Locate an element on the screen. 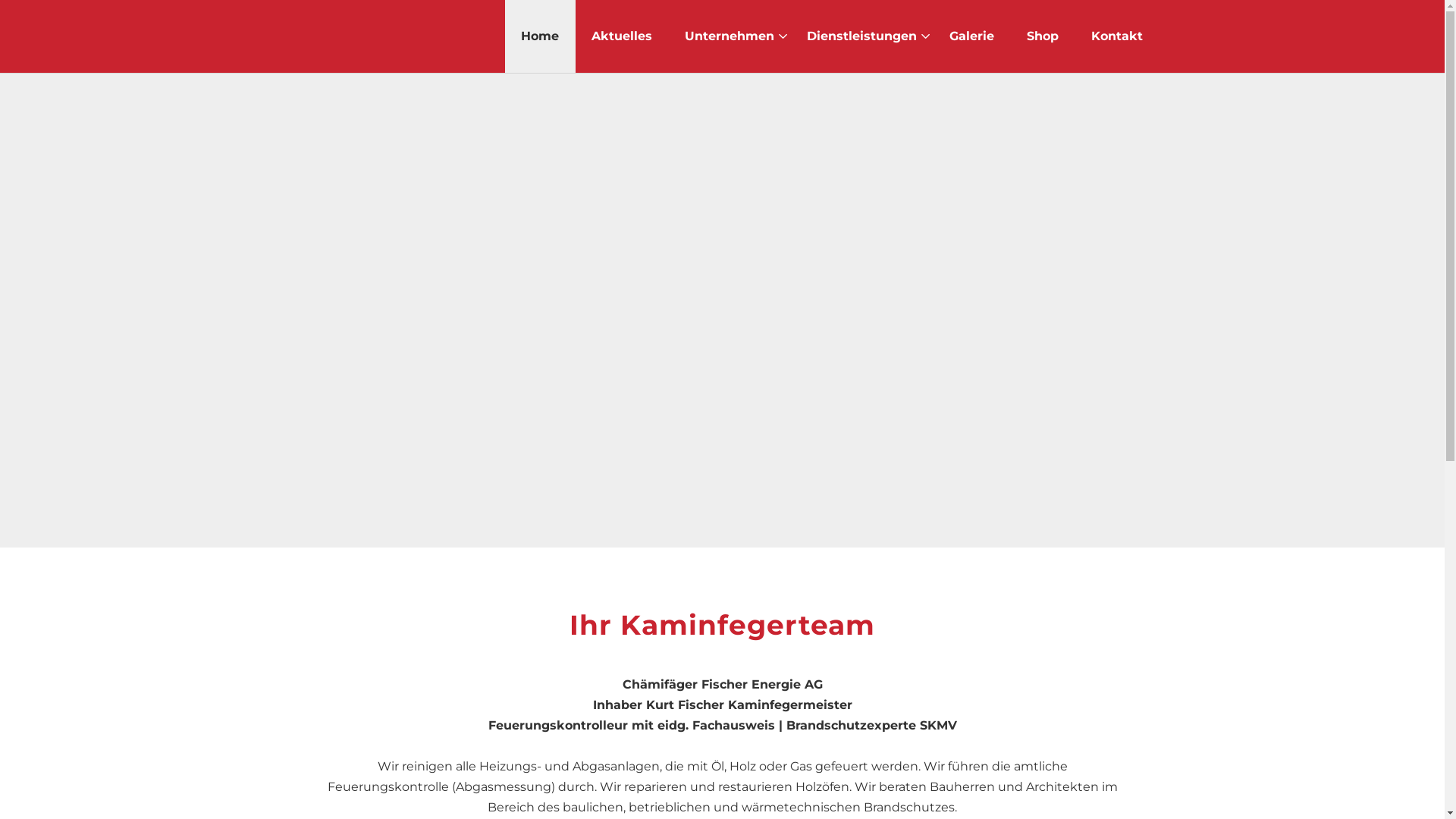 This screenshot has width=1456, height=819. 'Aktuelles' is located at coordinates (590, 35).